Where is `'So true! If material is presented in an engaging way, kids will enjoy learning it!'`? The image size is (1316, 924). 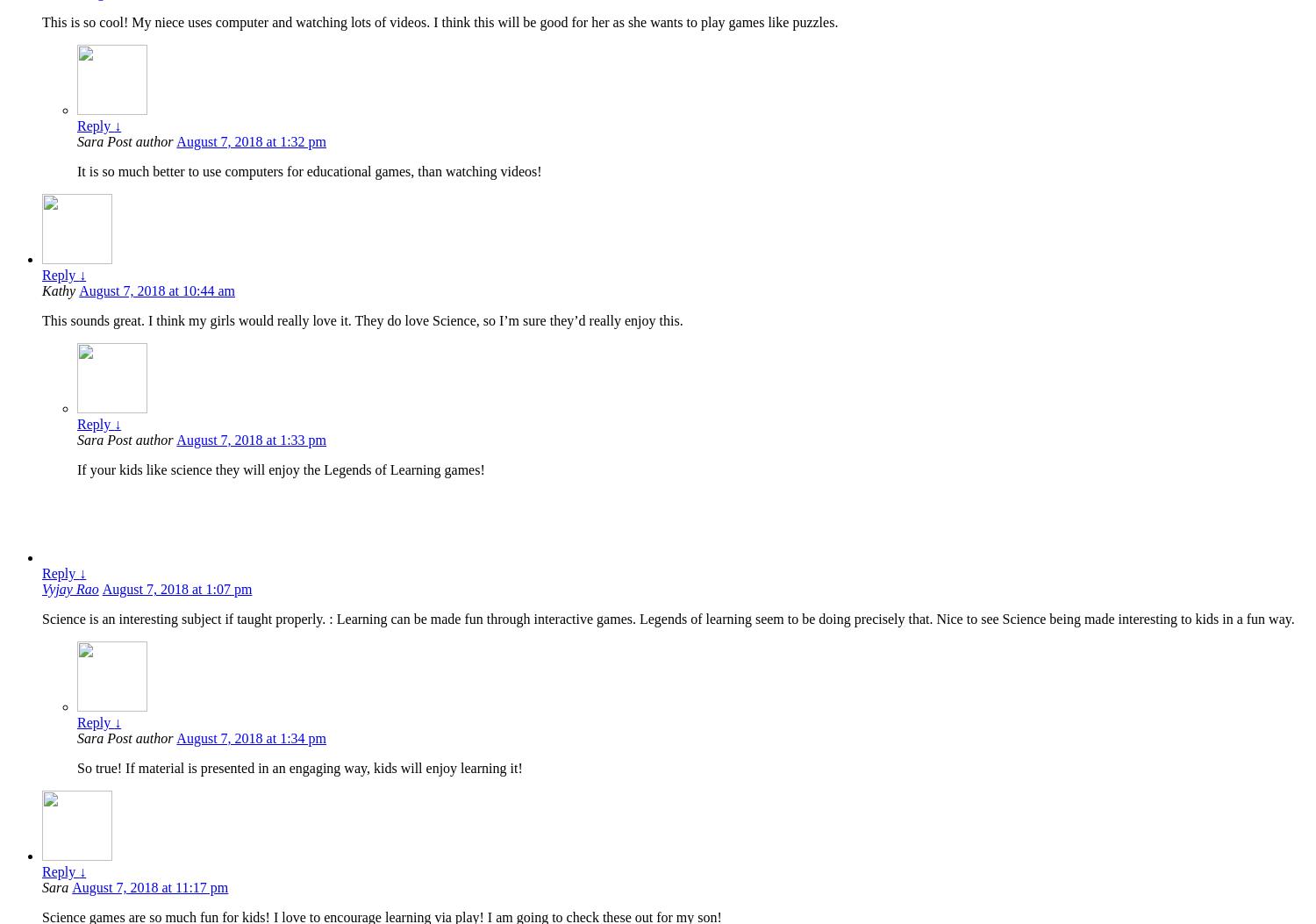 'So true! If material is presented in an engaging way, kids will enjoy learning it!' is located at coordinates (298, 768).